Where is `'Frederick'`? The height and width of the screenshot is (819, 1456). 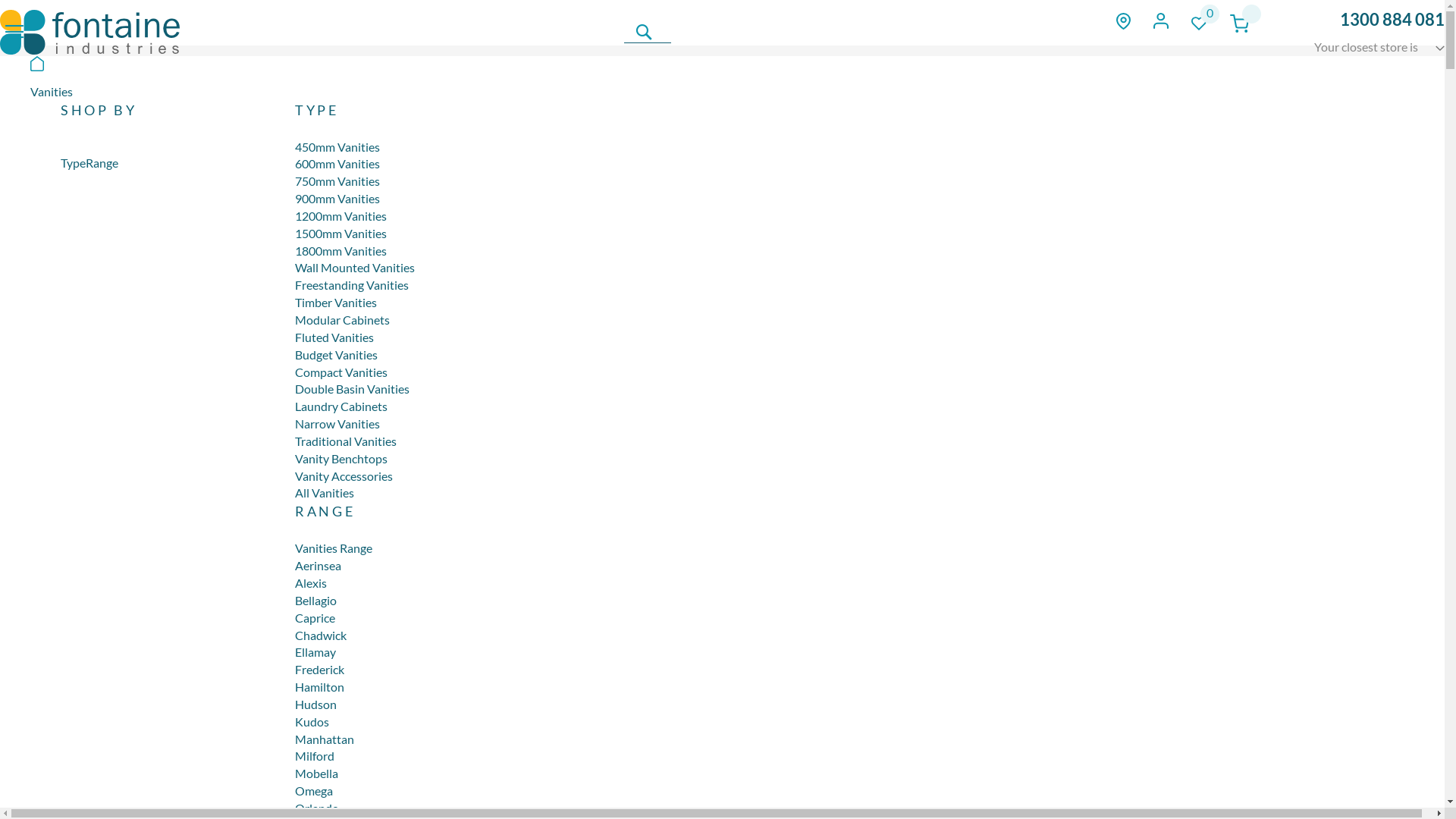 'Frederick' is located at coordinates (318, 668).